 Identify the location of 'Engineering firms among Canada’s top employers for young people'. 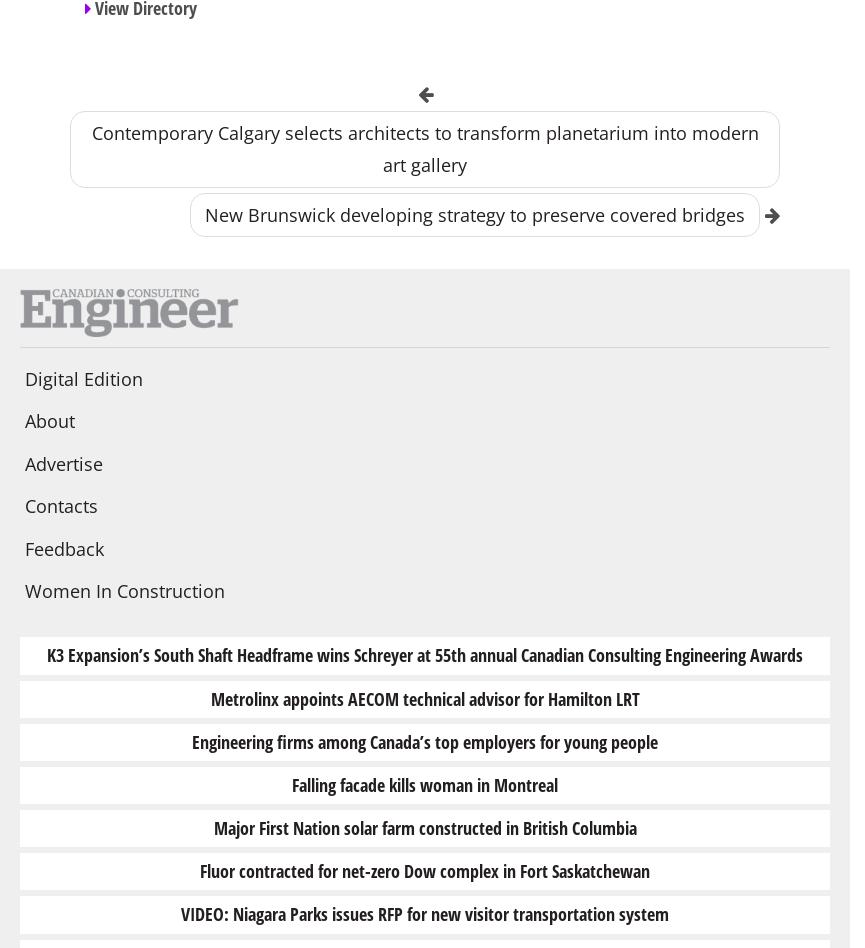
(424, 740).